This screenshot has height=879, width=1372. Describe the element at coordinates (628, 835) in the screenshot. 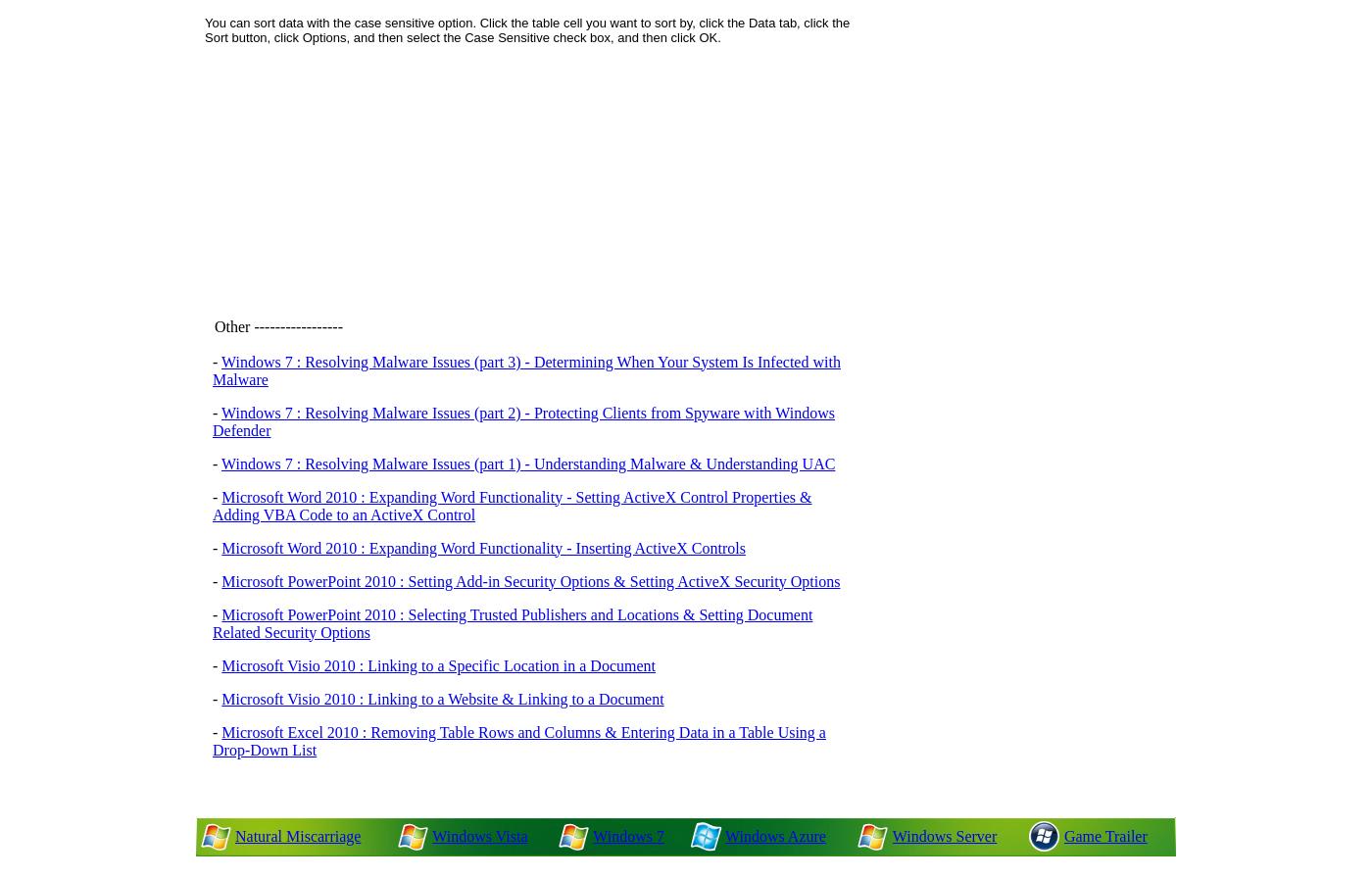

I see `'Windows 7'` at that location.